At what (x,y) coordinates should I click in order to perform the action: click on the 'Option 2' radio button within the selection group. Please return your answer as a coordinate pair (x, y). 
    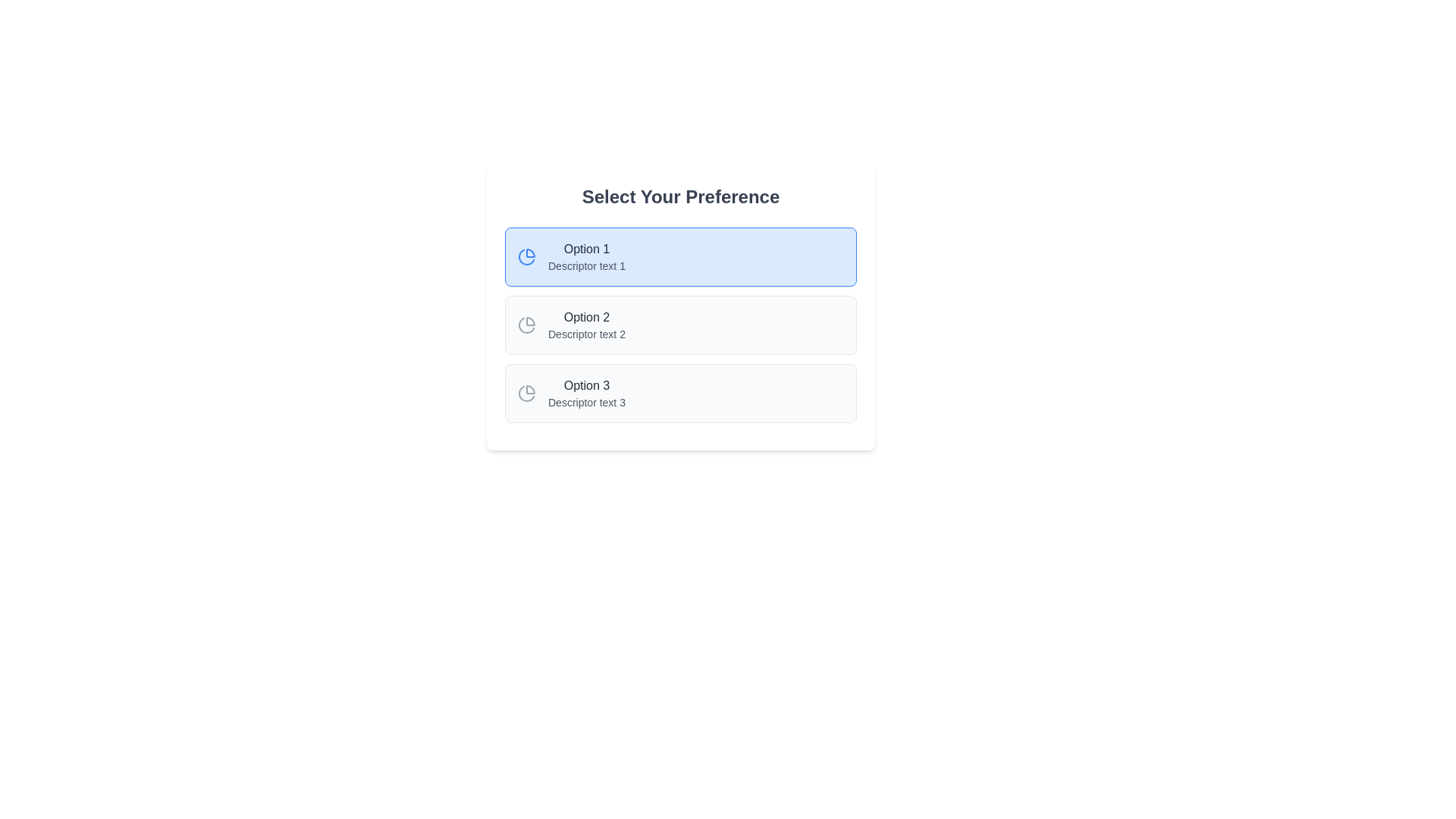
    Looking at the image, I should click on (679, 324).